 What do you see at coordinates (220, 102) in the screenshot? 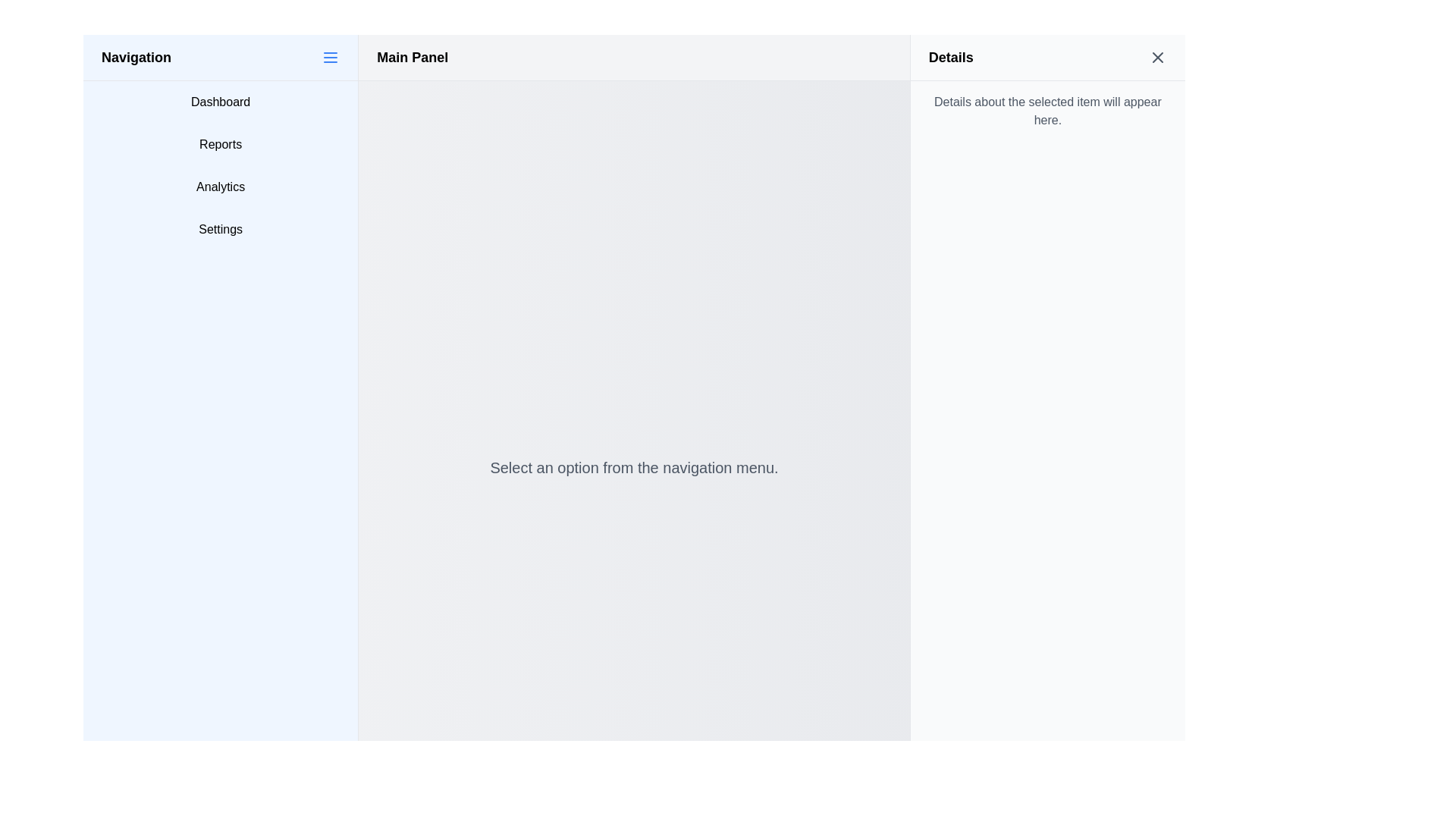
I see `the 'Dashboard' menu item in bold black font on a light blue background` at bounding box center [220, 102].